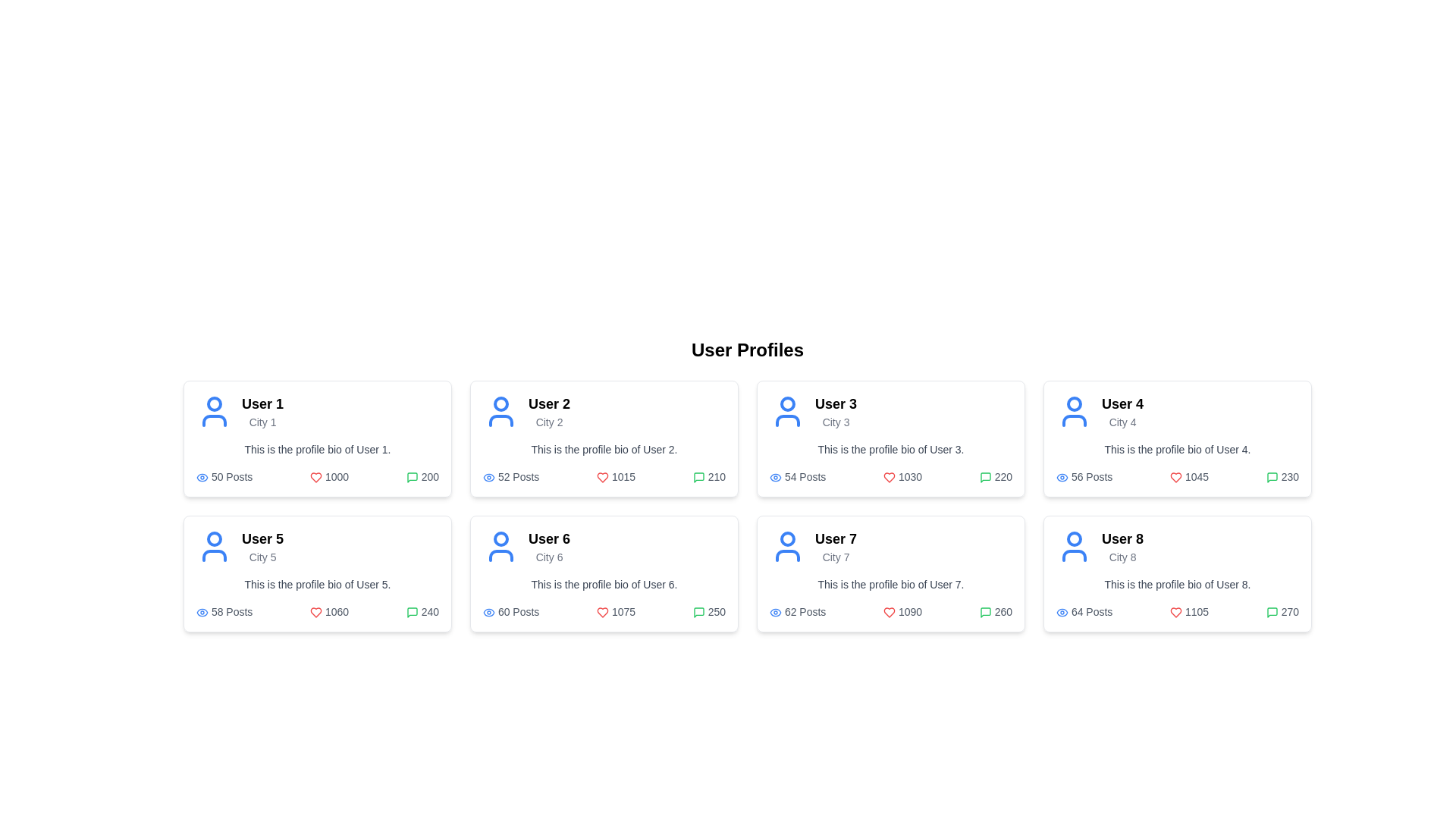 The height and width of the screenshot is (819, 1456). I want to click on the decorative circular icon representing the user's head in the profile icon of 'User 4' located in the second row and second column of the grid layout, so click(1073, 403).